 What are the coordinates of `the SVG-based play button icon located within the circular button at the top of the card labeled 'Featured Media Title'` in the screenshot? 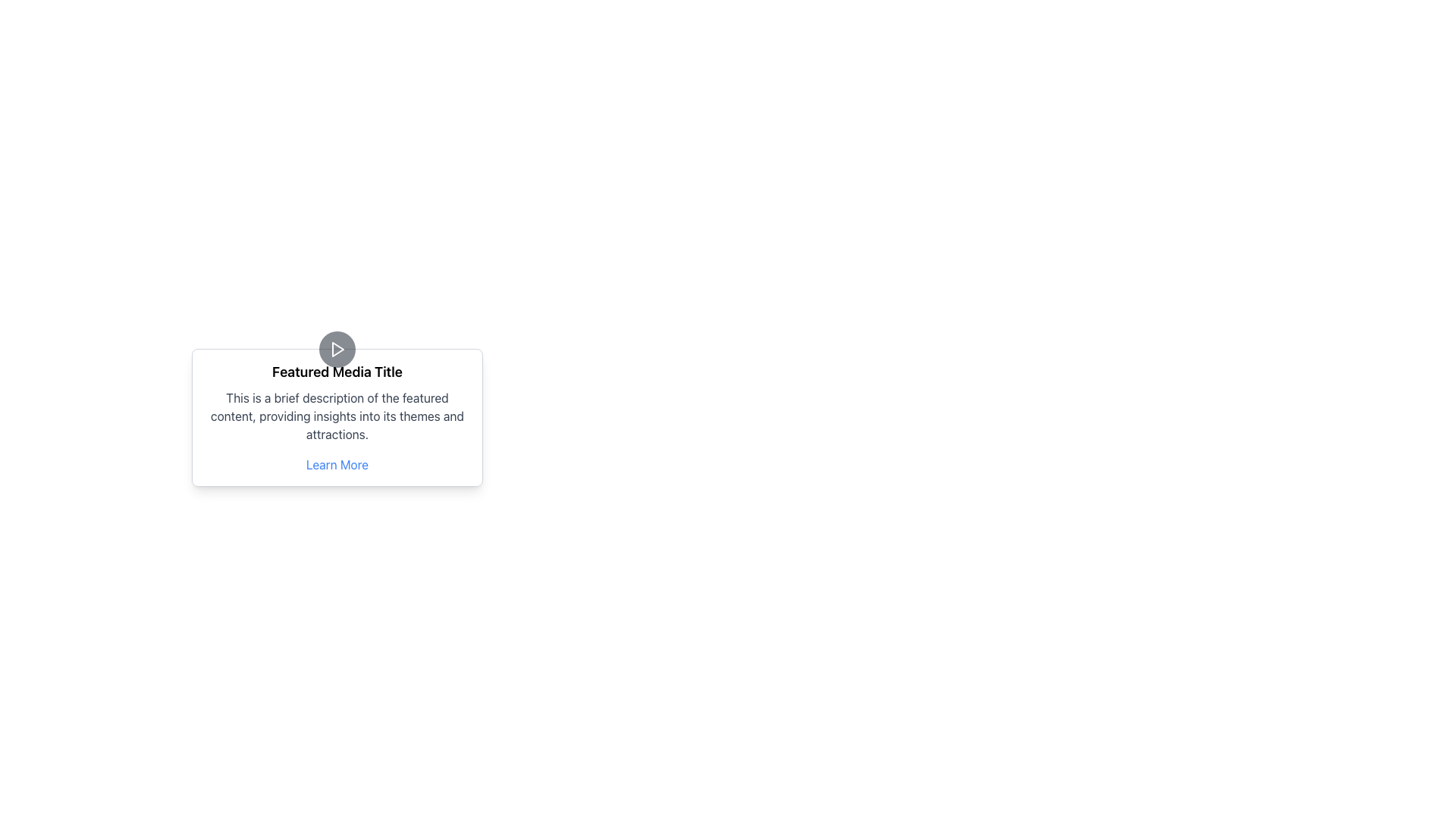 It's located at (337, 350).